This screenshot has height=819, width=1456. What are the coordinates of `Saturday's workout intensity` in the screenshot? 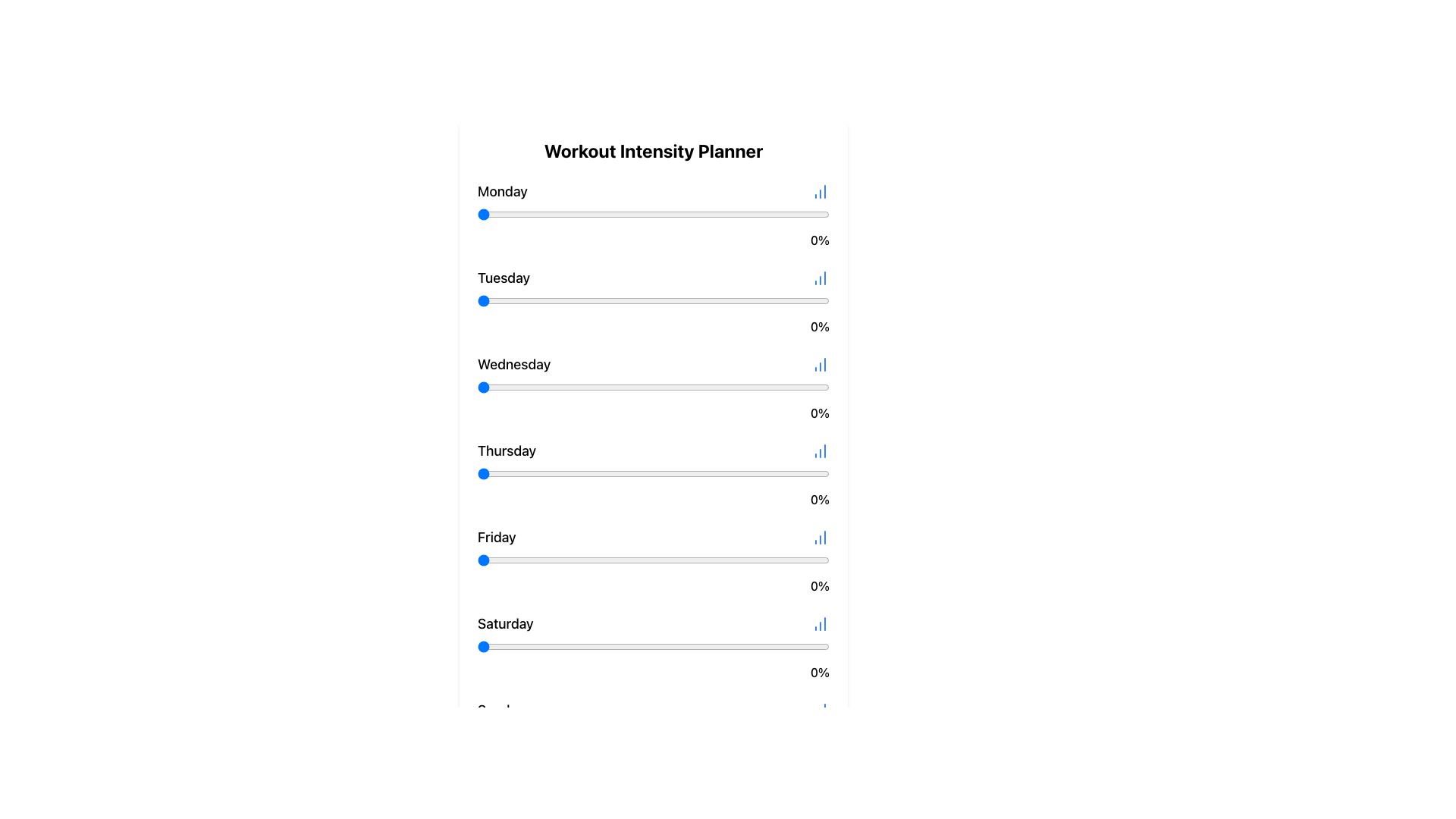 It's located at (639, 646).